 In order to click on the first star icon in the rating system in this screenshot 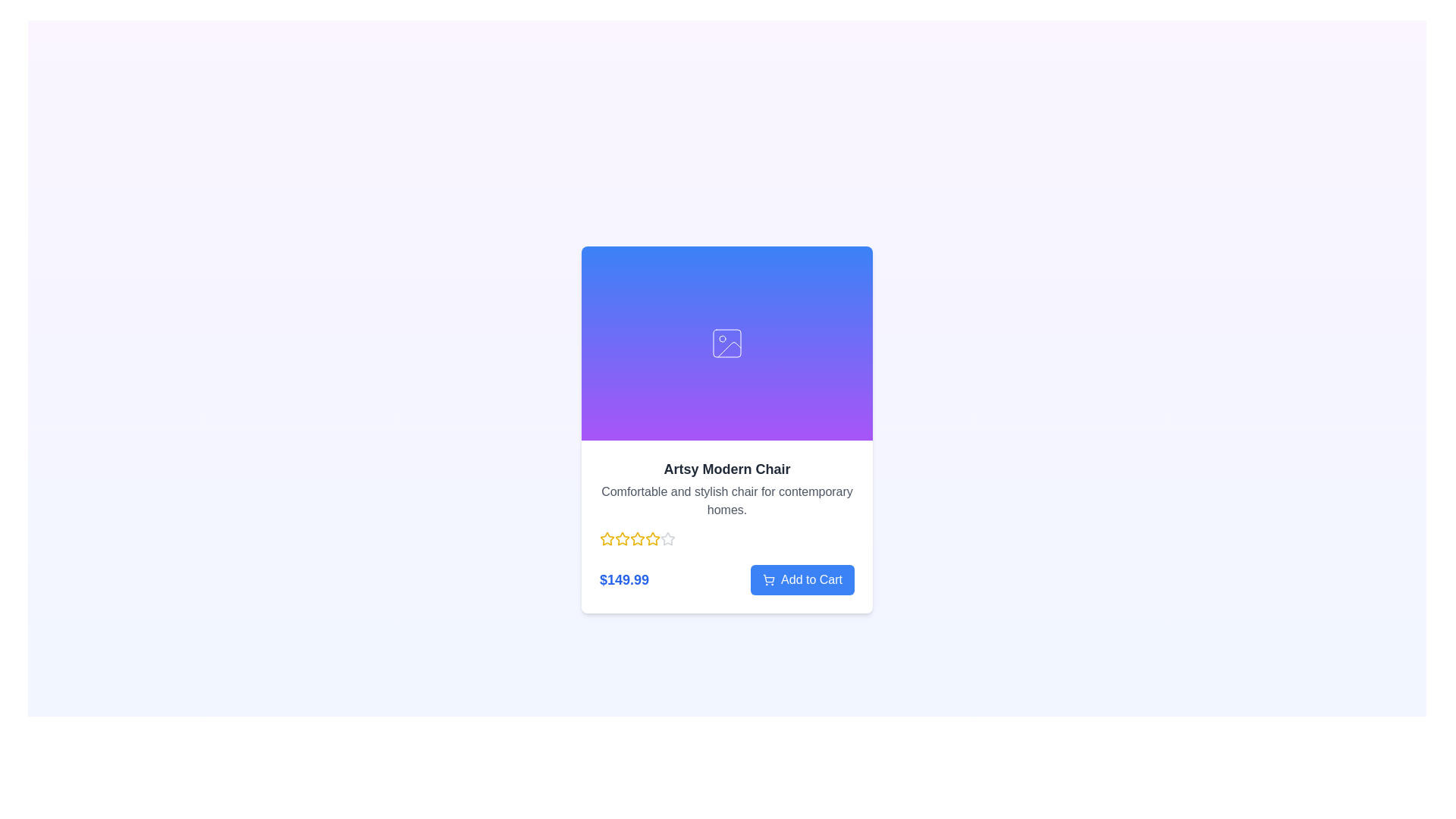, I will do `click(607, 537)`.